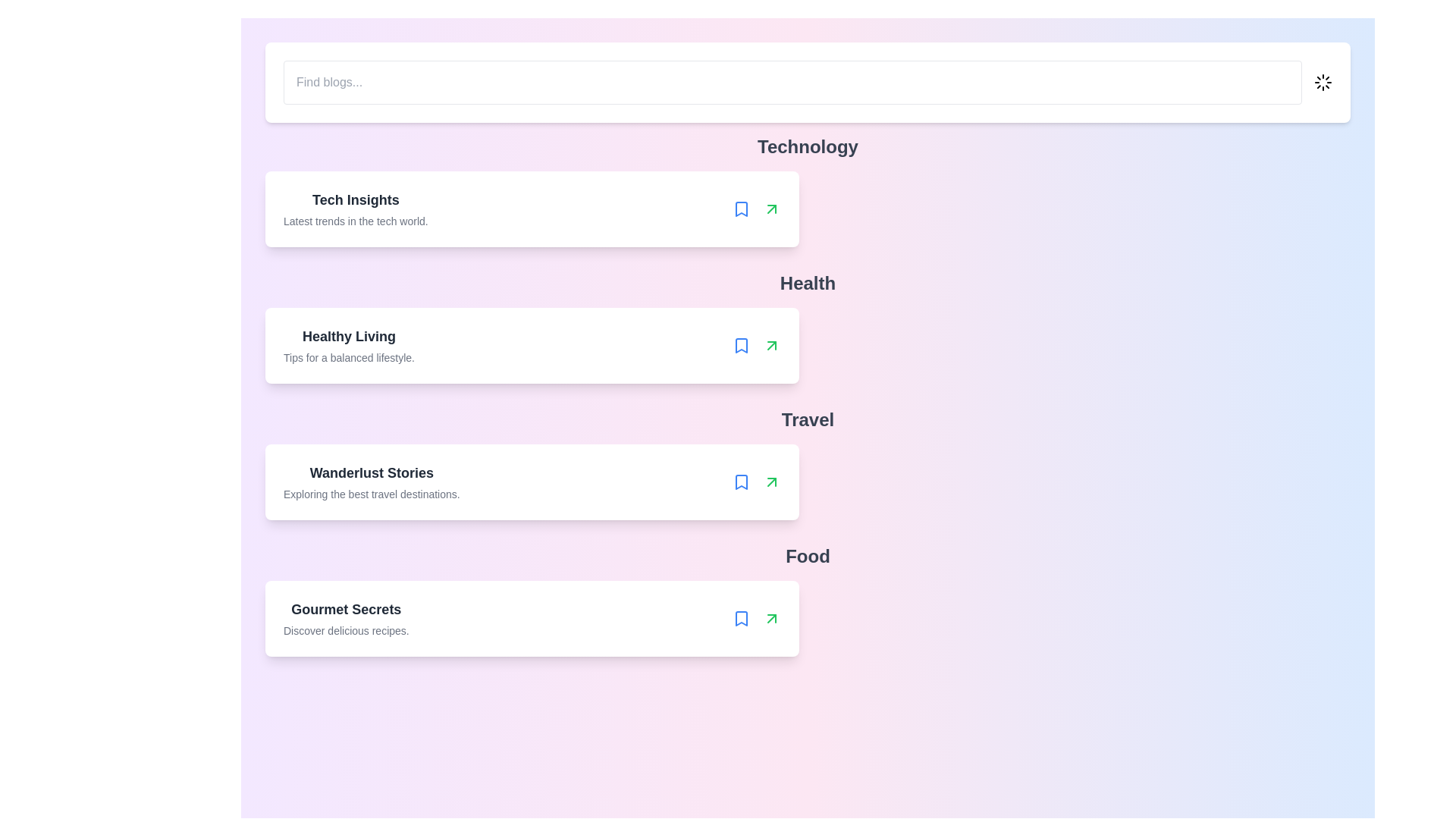  What do you see at coordinates (1323, 82) in the screenshot?
I see `the loading spinner icon located to the immediate right of the 'Find blogs...' input field` at bounding box center [1323, 82].